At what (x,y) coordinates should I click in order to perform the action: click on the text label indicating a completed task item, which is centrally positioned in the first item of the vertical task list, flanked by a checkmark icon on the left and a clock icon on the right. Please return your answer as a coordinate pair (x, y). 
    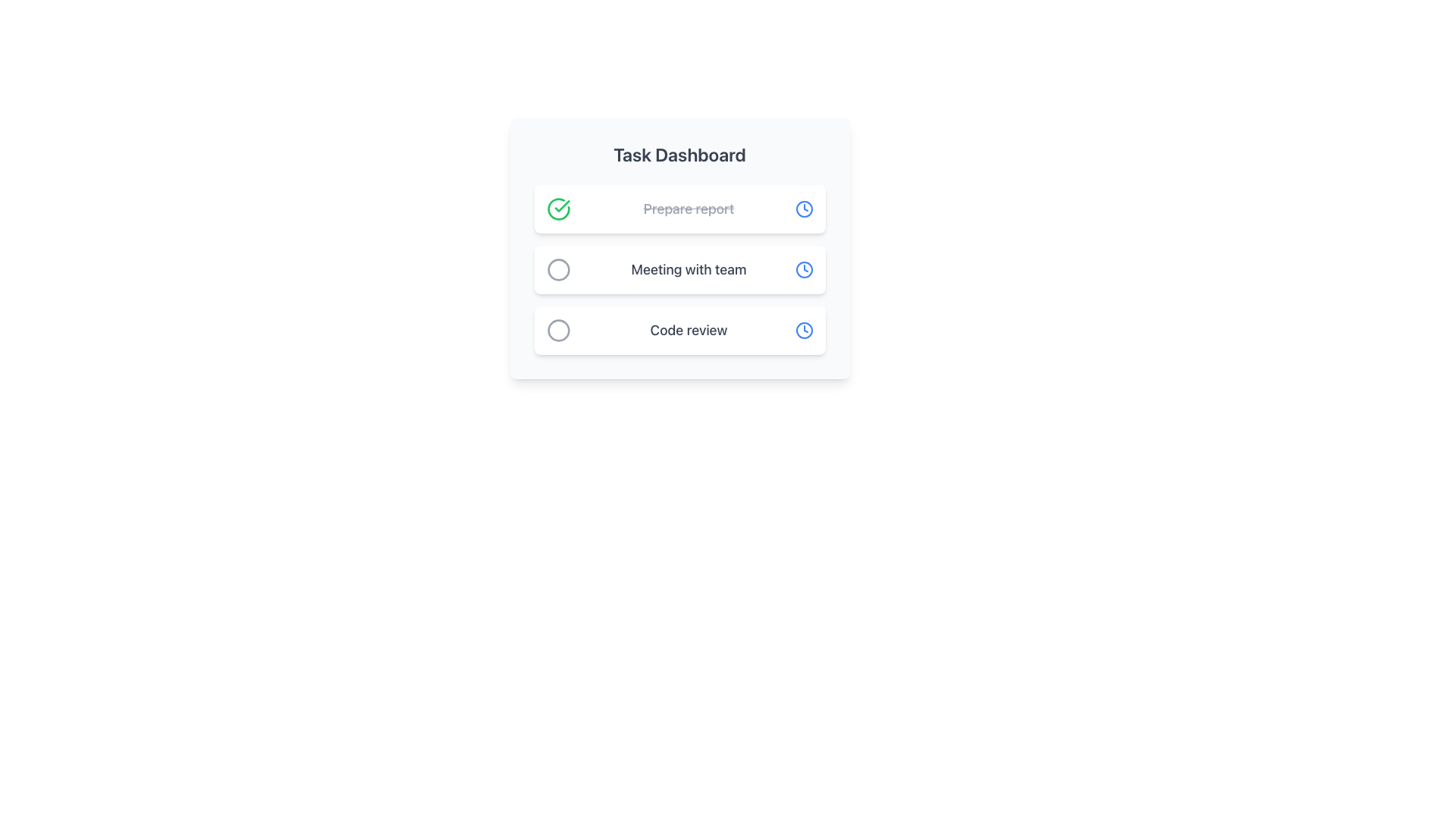
    Looking at the image, I should click on (688, 209).